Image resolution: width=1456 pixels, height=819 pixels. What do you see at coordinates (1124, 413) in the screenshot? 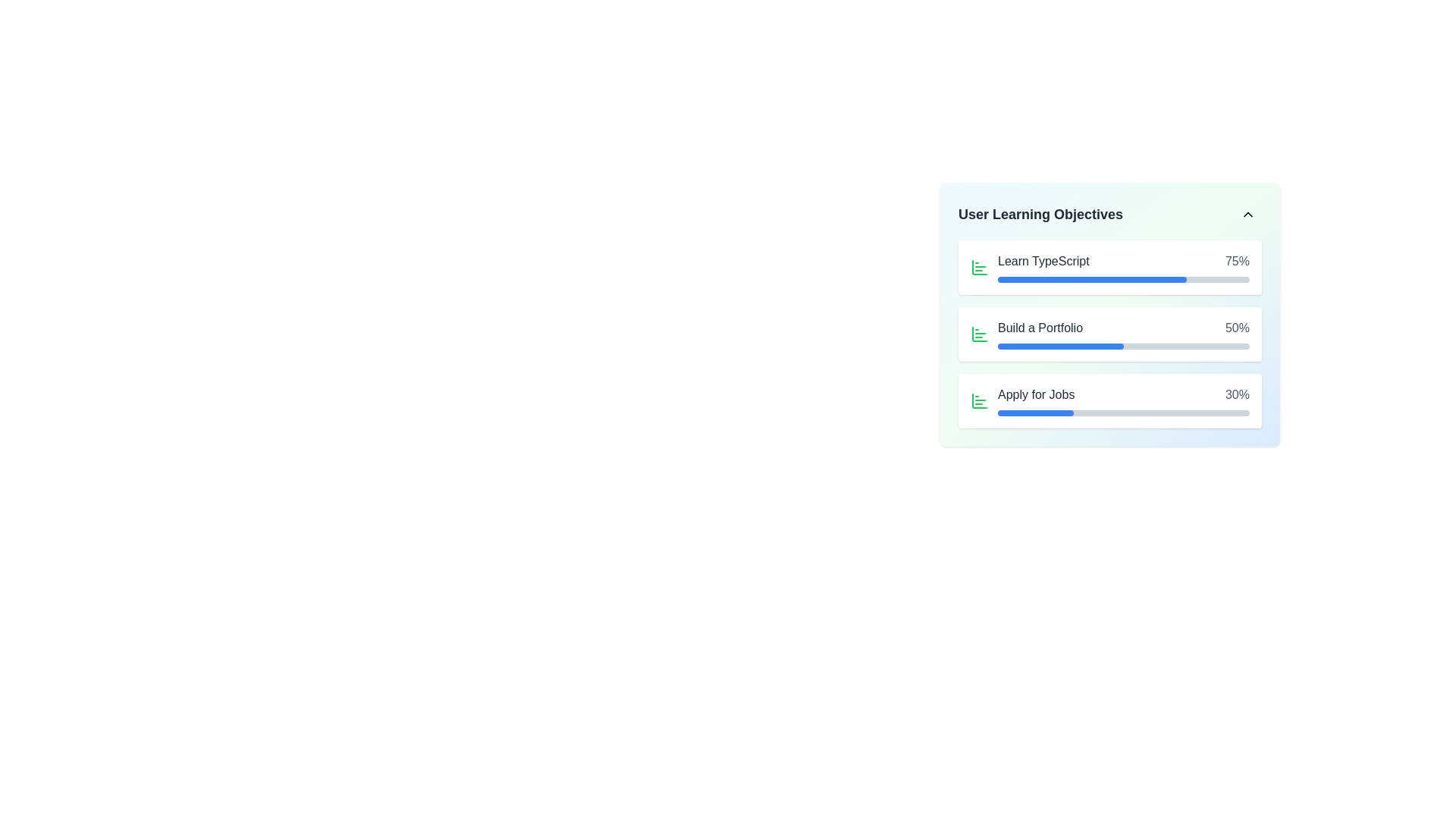
I see `the progress bar indicating 30% completion located beneath the 'Apply for Jobs' text in the 'User Learning Objectives' section` at bounding box center [1124, 413].